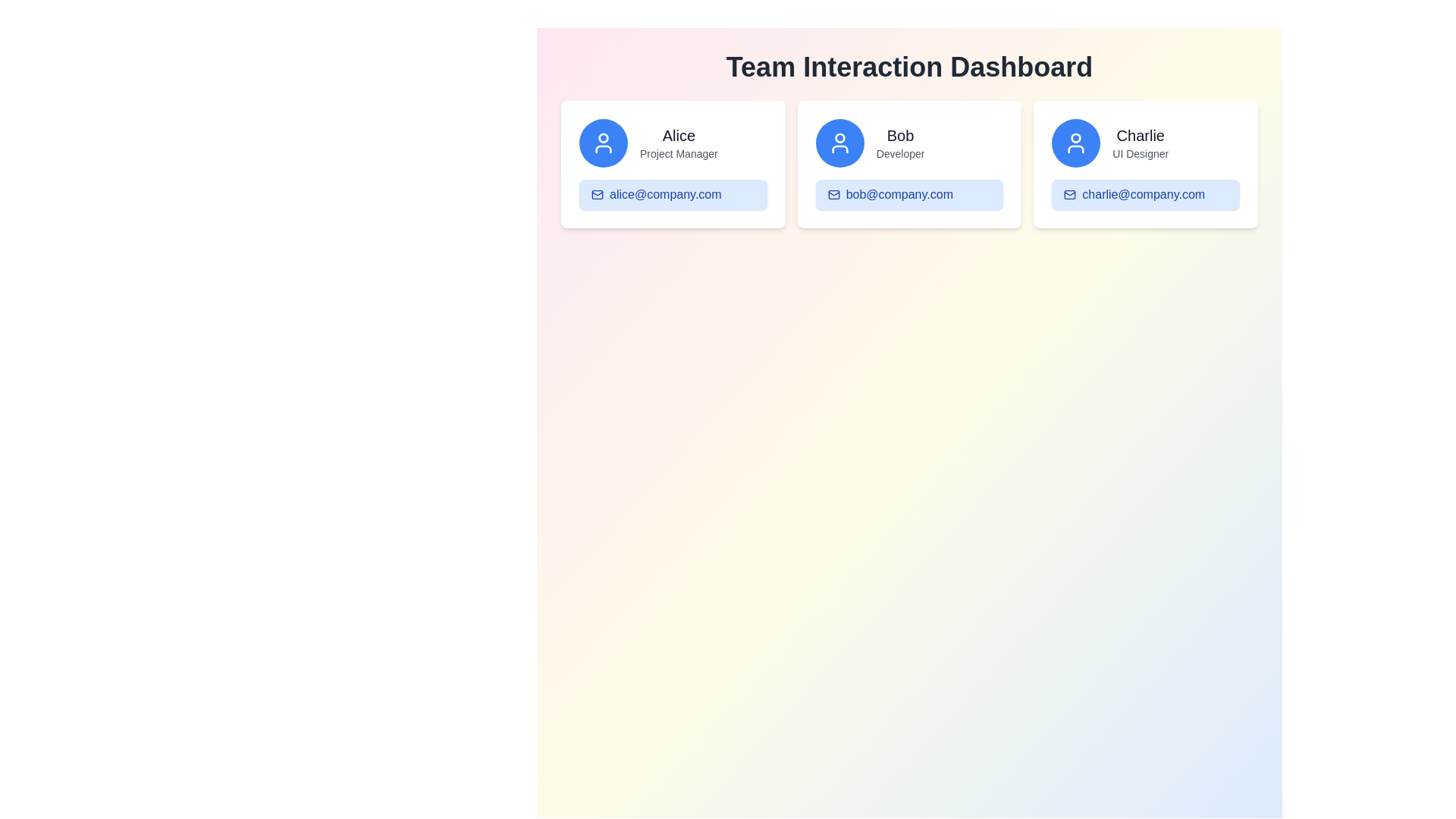  What do you see at coordinates (900, 143) in the screenshot?
I see `the text content displaying the name and role of an individual within the user information card, located in the center of the middle card in a row of three cards` at bounding box center [900, 143].